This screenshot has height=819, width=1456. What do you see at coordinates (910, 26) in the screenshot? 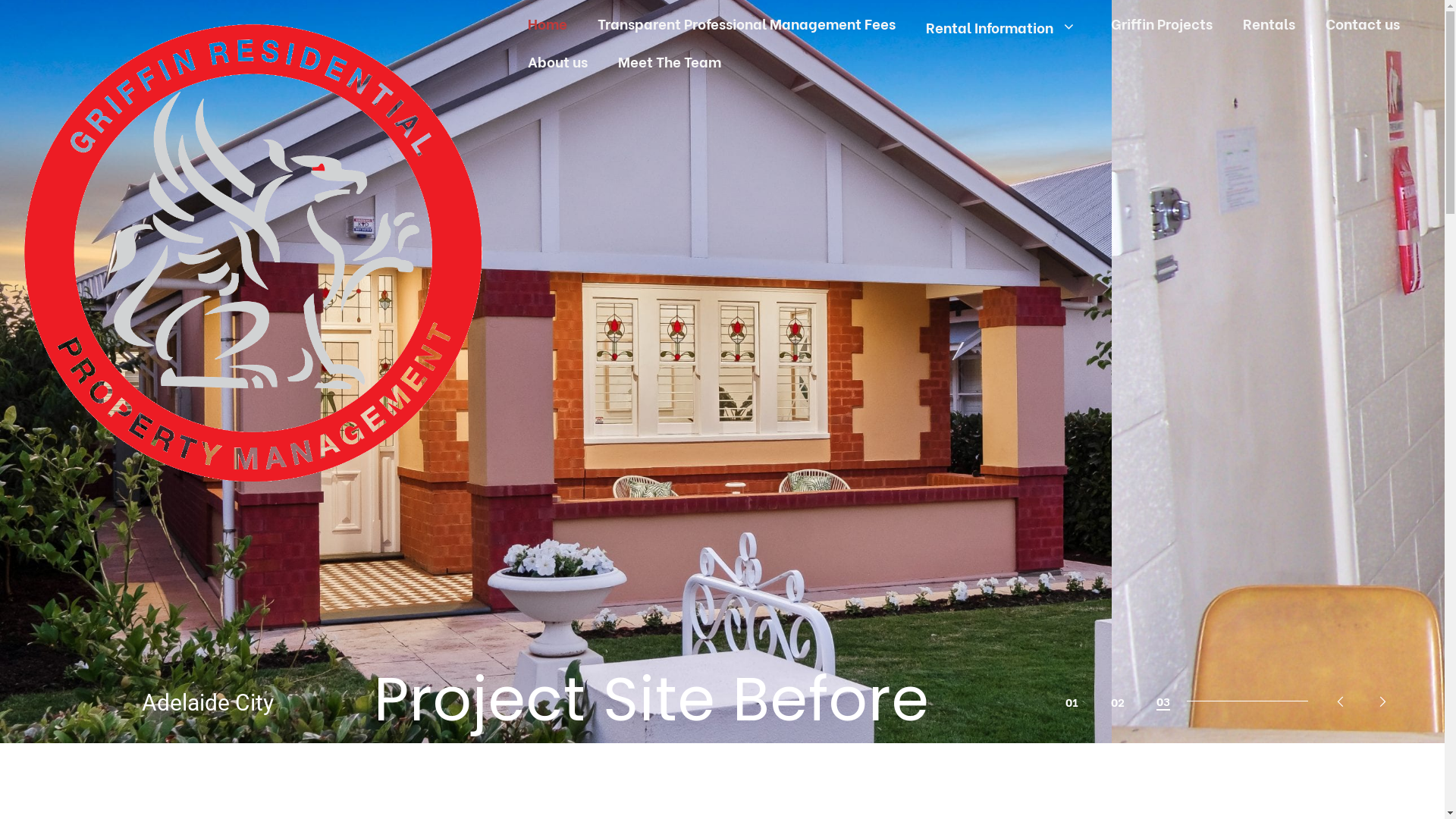
I see `'Rental Information'` at bounding box center [910, 26].